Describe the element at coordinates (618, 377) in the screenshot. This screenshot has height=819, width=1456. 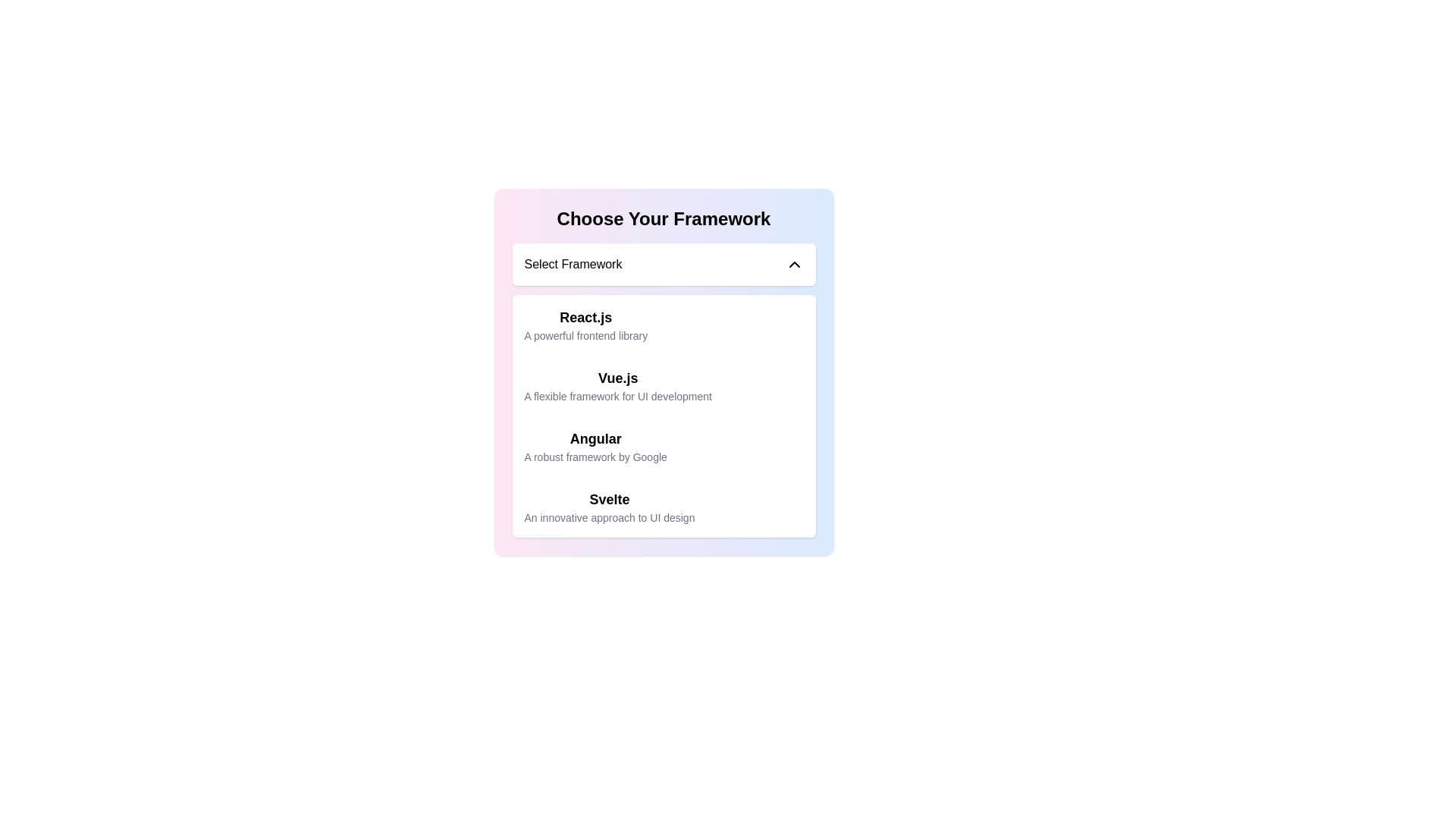
I see `the text label displaying 'Vue.js', which is located under the header 'Choose Your Framework' and follows 'React.js'` at that location.